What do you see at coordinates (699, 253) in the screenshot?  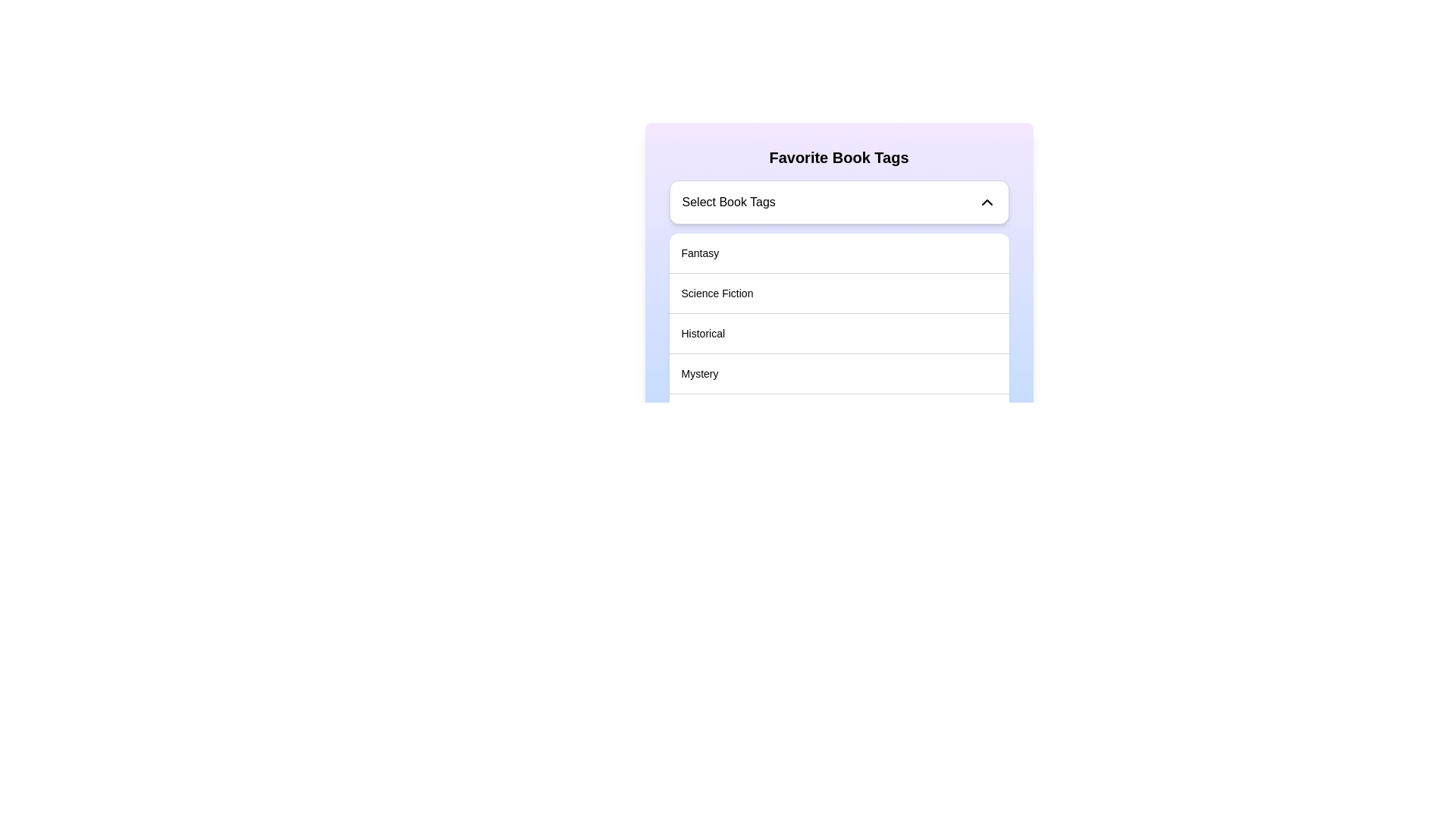 I see `the text label displaying 'Fantasy'` at bounding box center [699, 253].